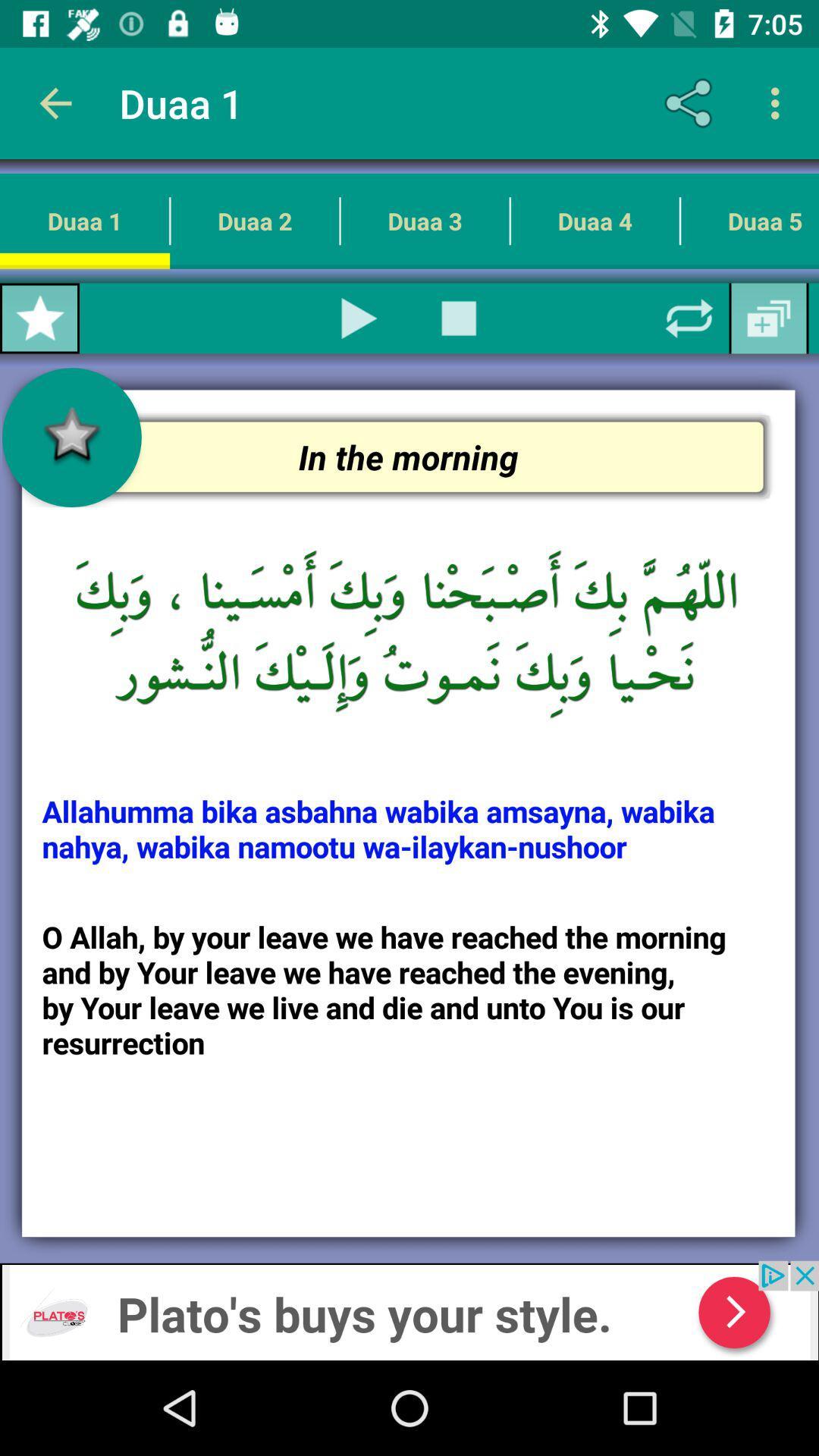 The height and width of the screenshot is (1456, 819). I want to click on the star icon, so click(71, 437).